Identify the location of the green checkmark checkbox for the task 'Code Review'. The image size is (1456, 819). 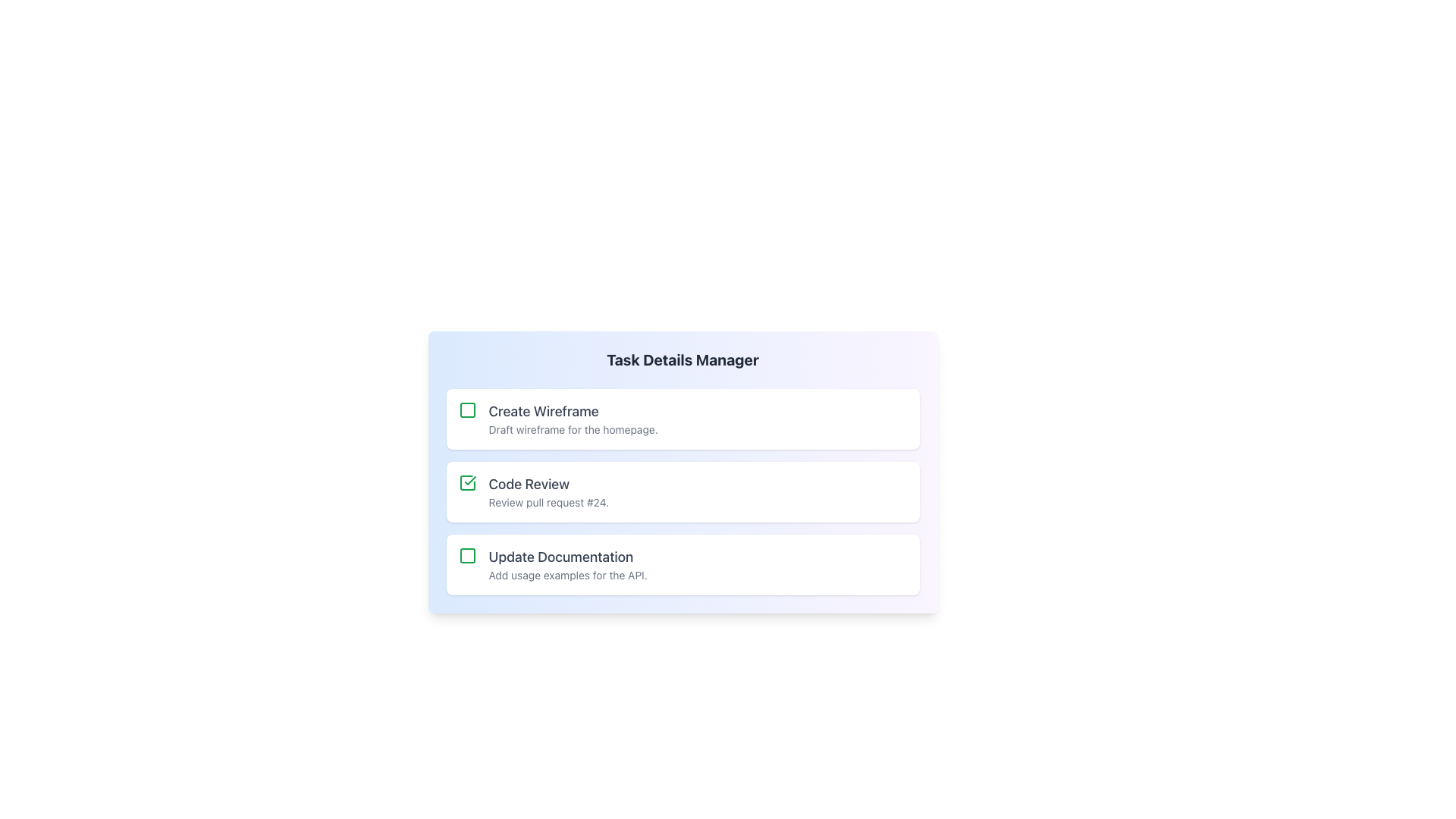
(466, 482).